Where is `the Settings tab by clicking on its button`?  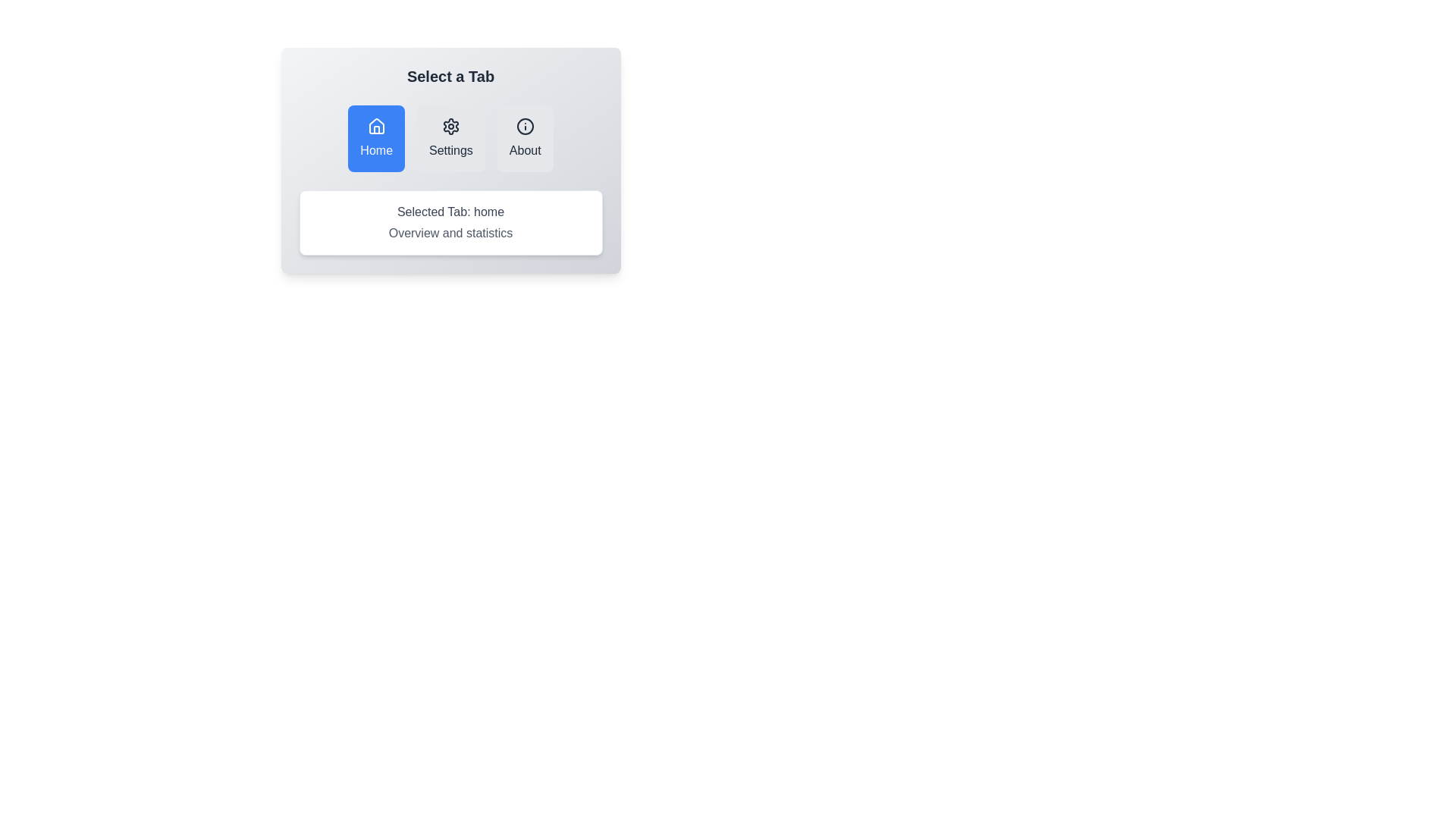 the Settings tab by clicking on its button is located at coordinates (450, 138).